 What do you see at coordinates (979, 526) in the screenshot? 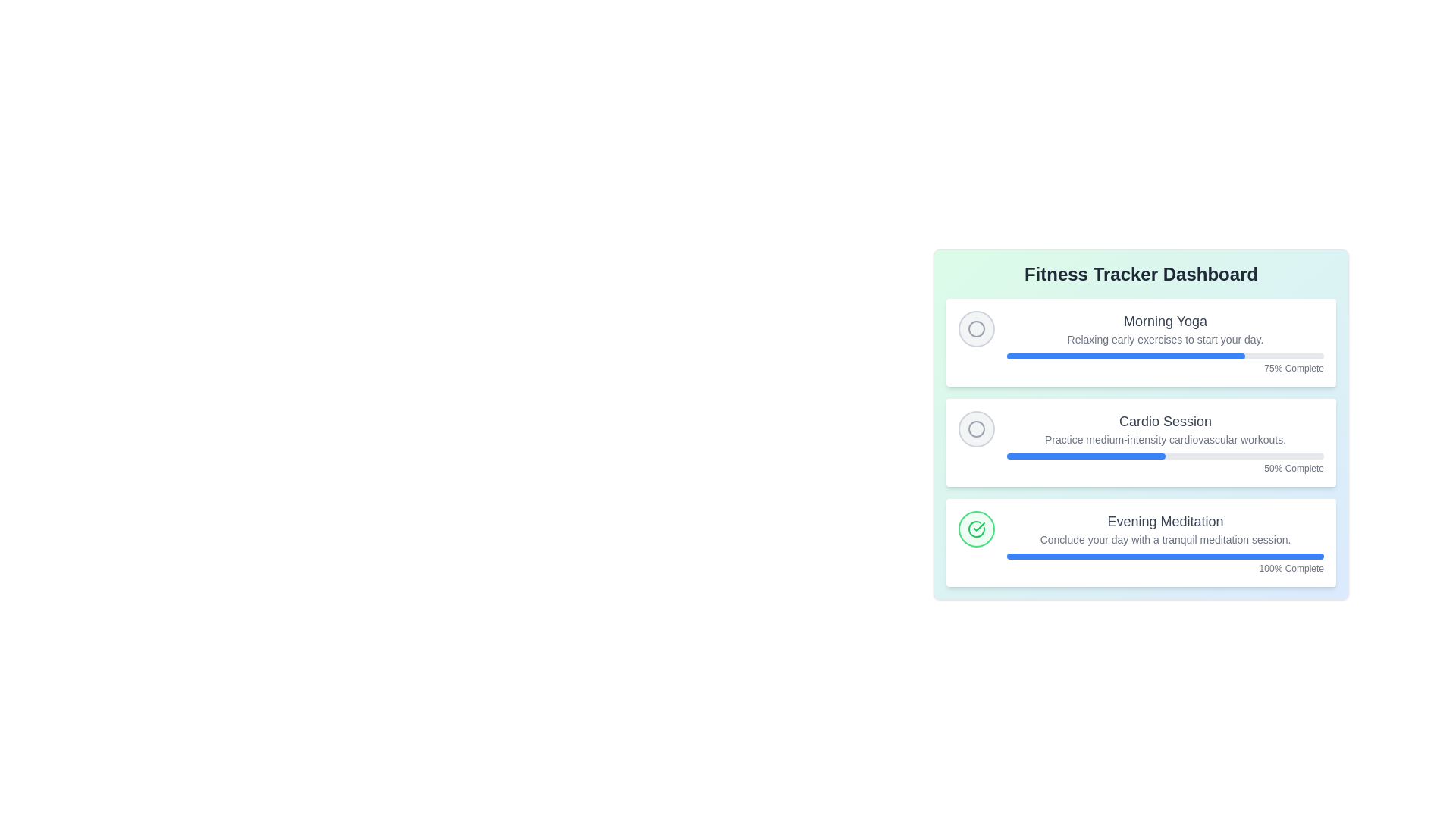
I see `the completion indicator icon located at the lower-right section of the 'Evening Meditation' progress card on the dashboard` at bounding box center [979, 526].